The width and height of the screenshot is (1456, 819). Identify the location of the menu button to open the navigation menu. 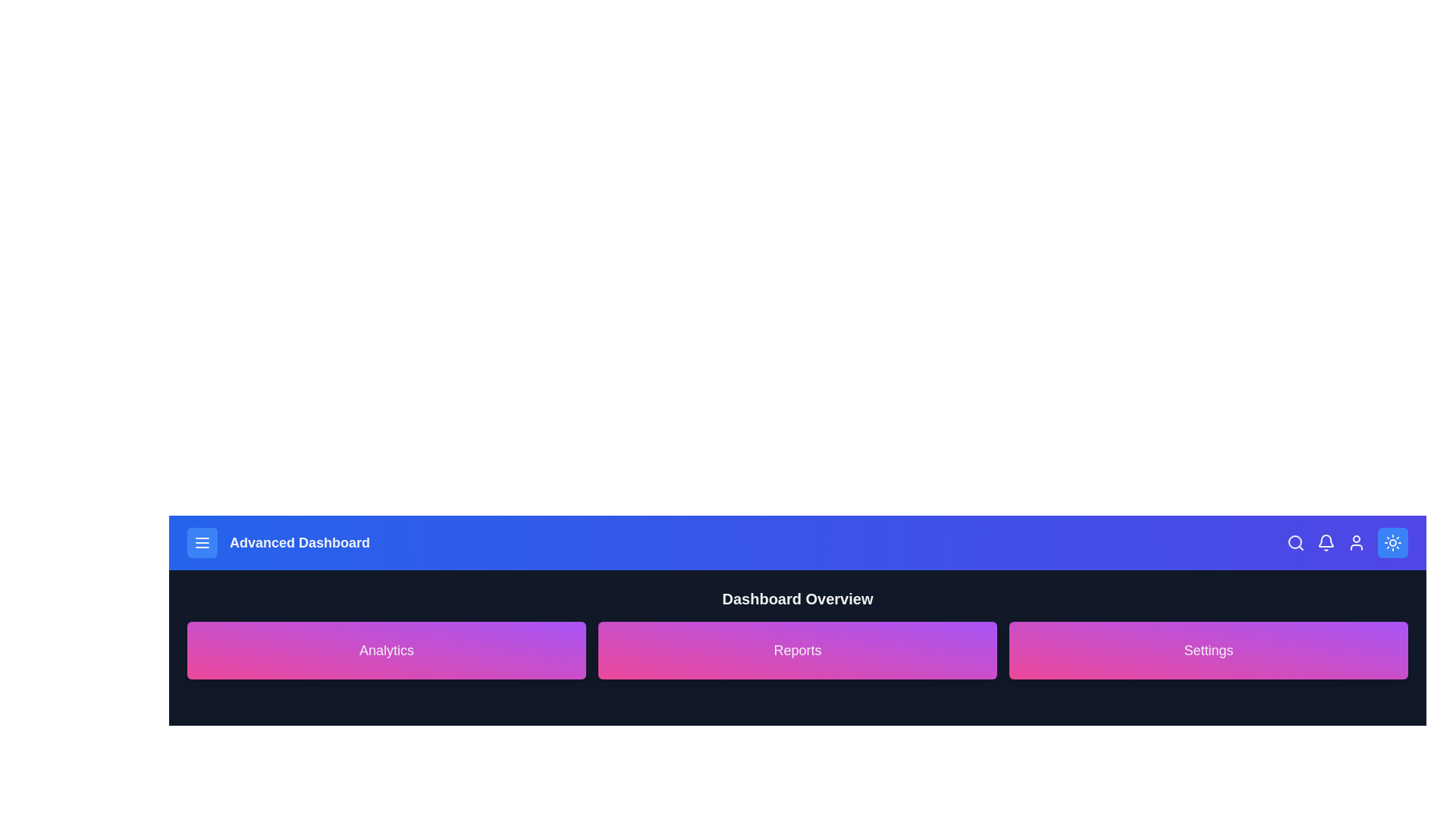
(202, 542).